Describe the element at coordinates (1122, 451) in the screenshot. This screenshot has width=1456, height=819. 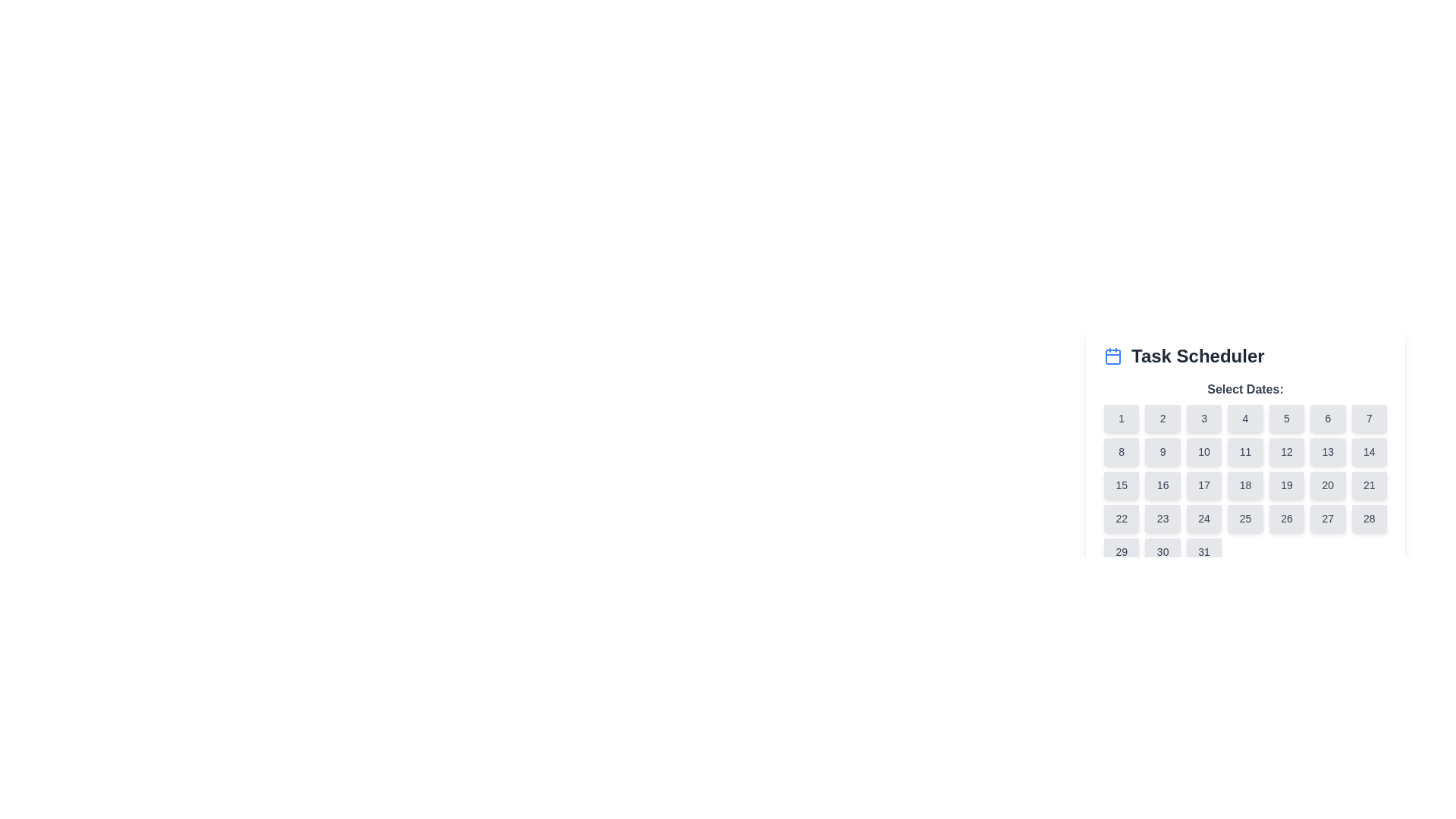
I see `the button representing the number '8' in the 'Task Scheduler' section` at that location.